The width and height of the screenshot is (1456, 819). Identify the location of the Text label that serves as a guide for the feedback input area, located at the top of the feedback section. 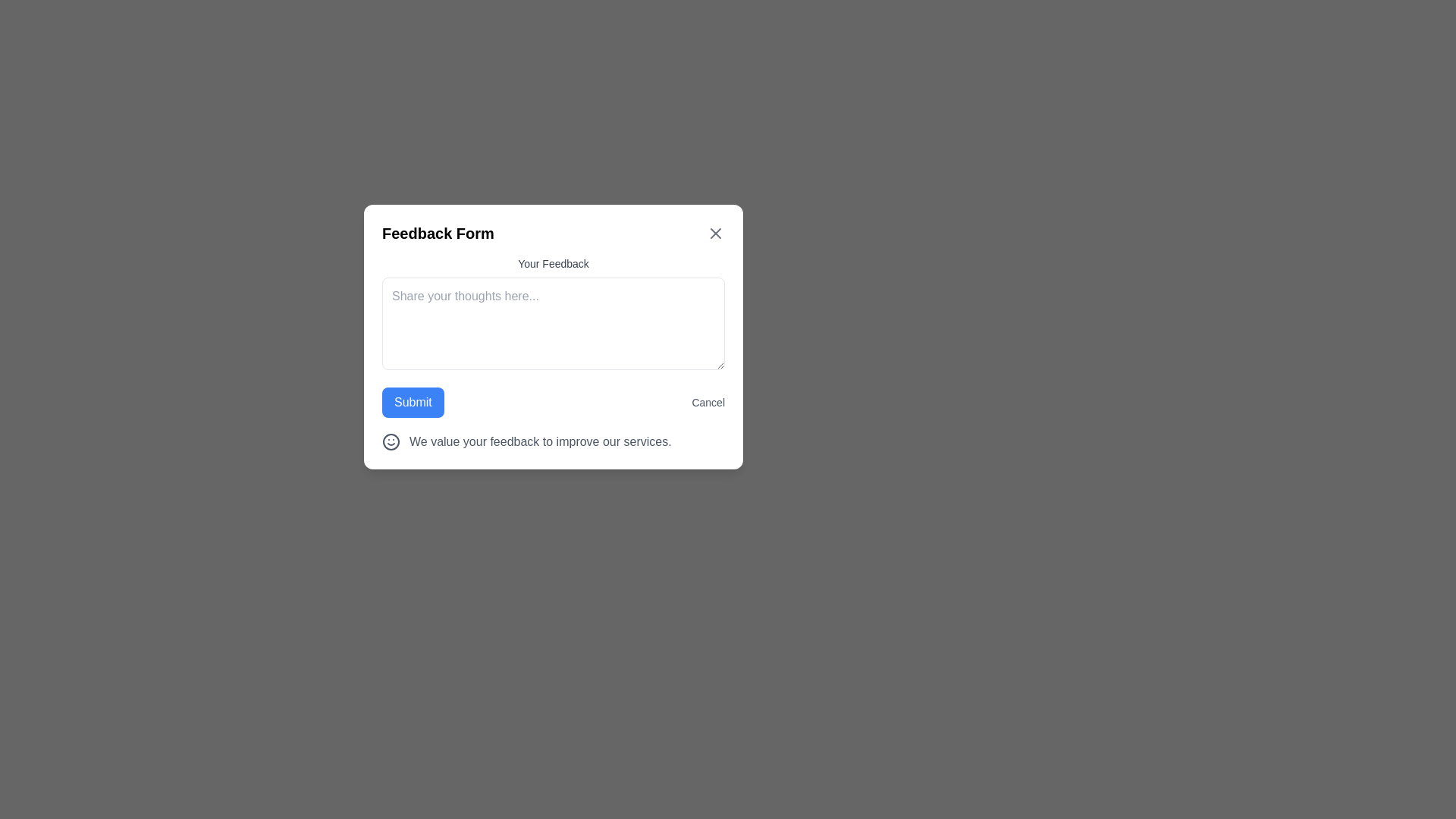
(552, 262).